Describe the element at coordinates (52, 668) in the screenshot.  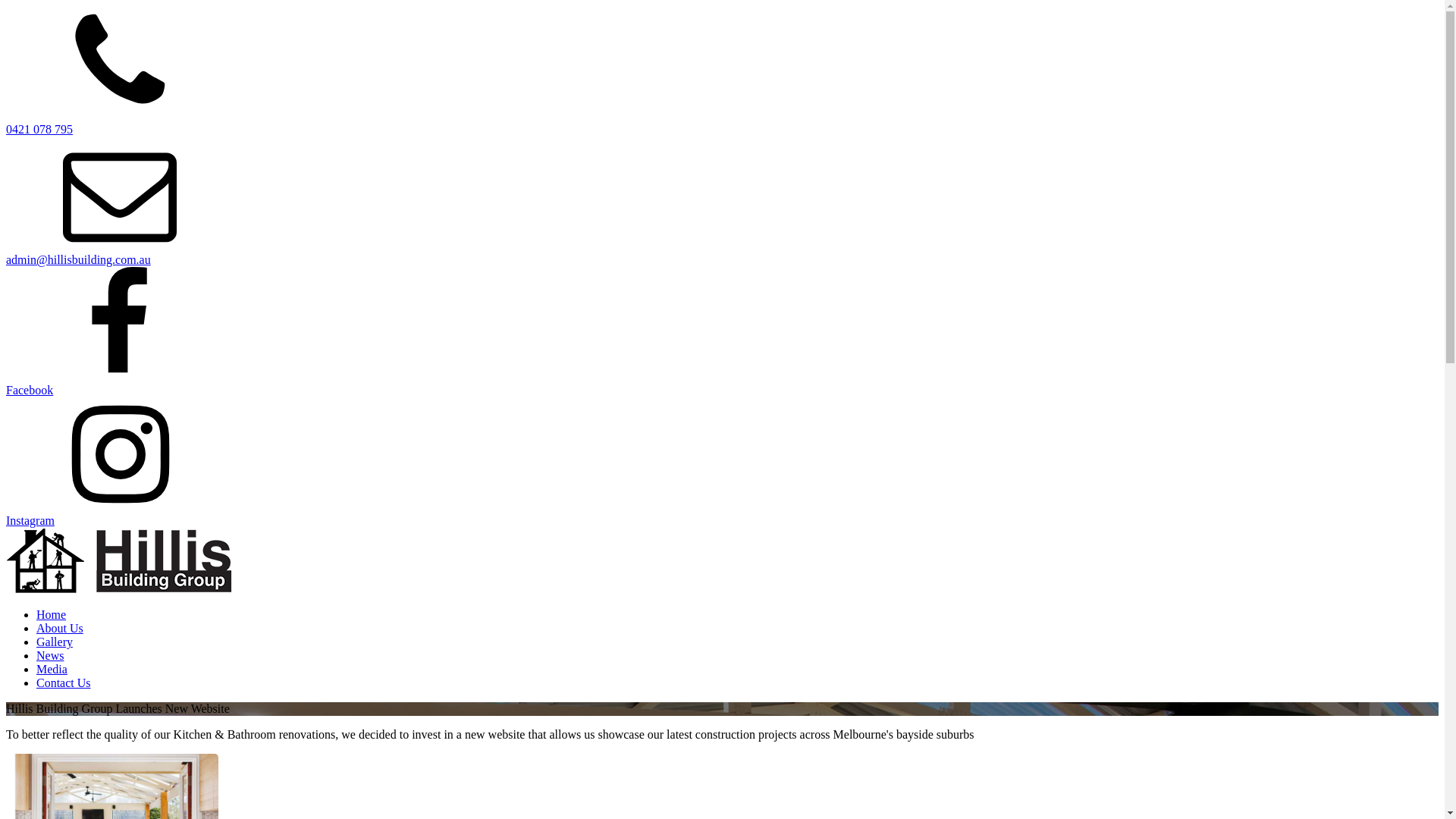
I see `'Media'` at that location.